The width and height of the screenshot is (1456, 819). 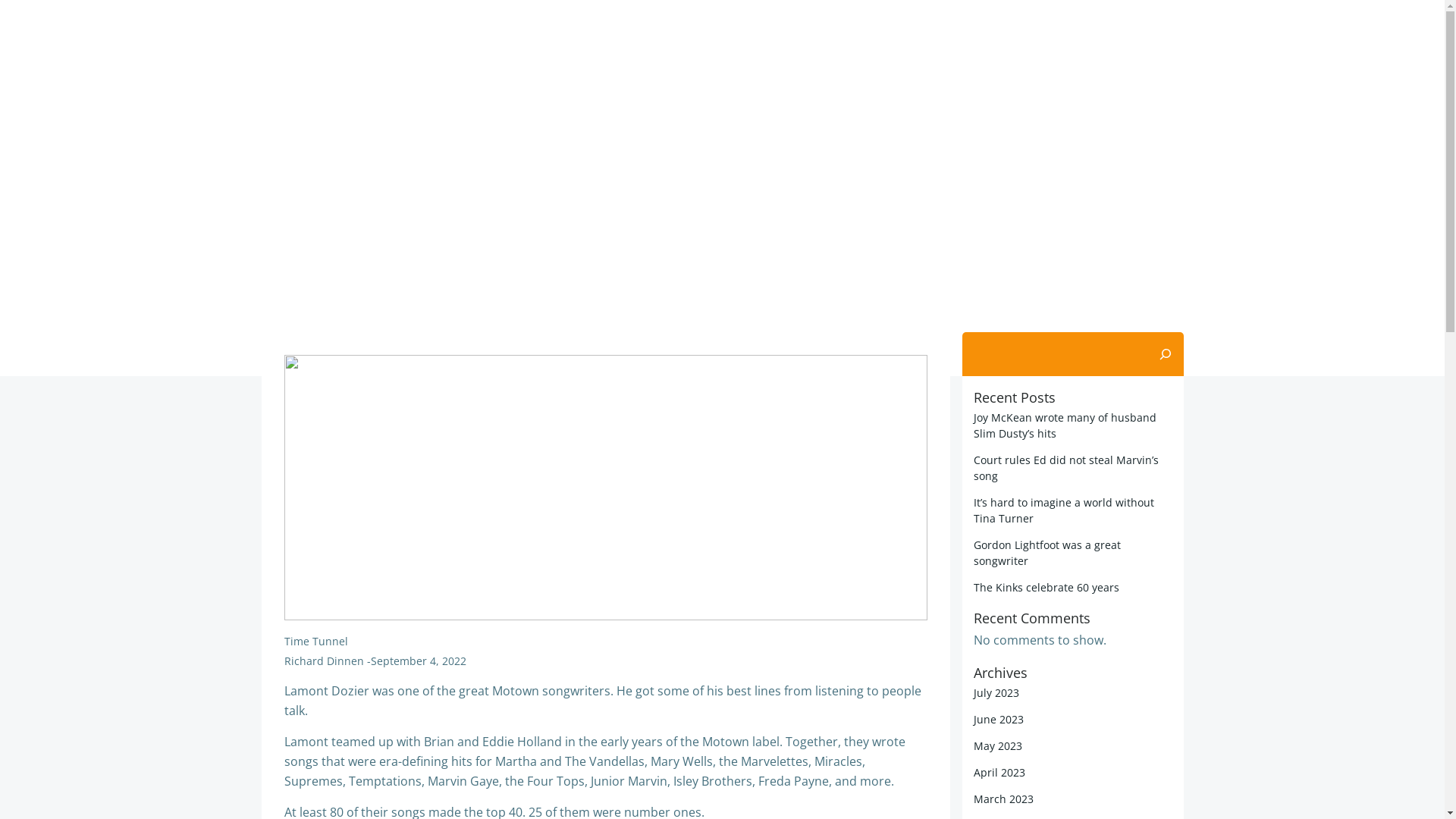 I want to click on 'June 2023', so click(x=998, y=718).